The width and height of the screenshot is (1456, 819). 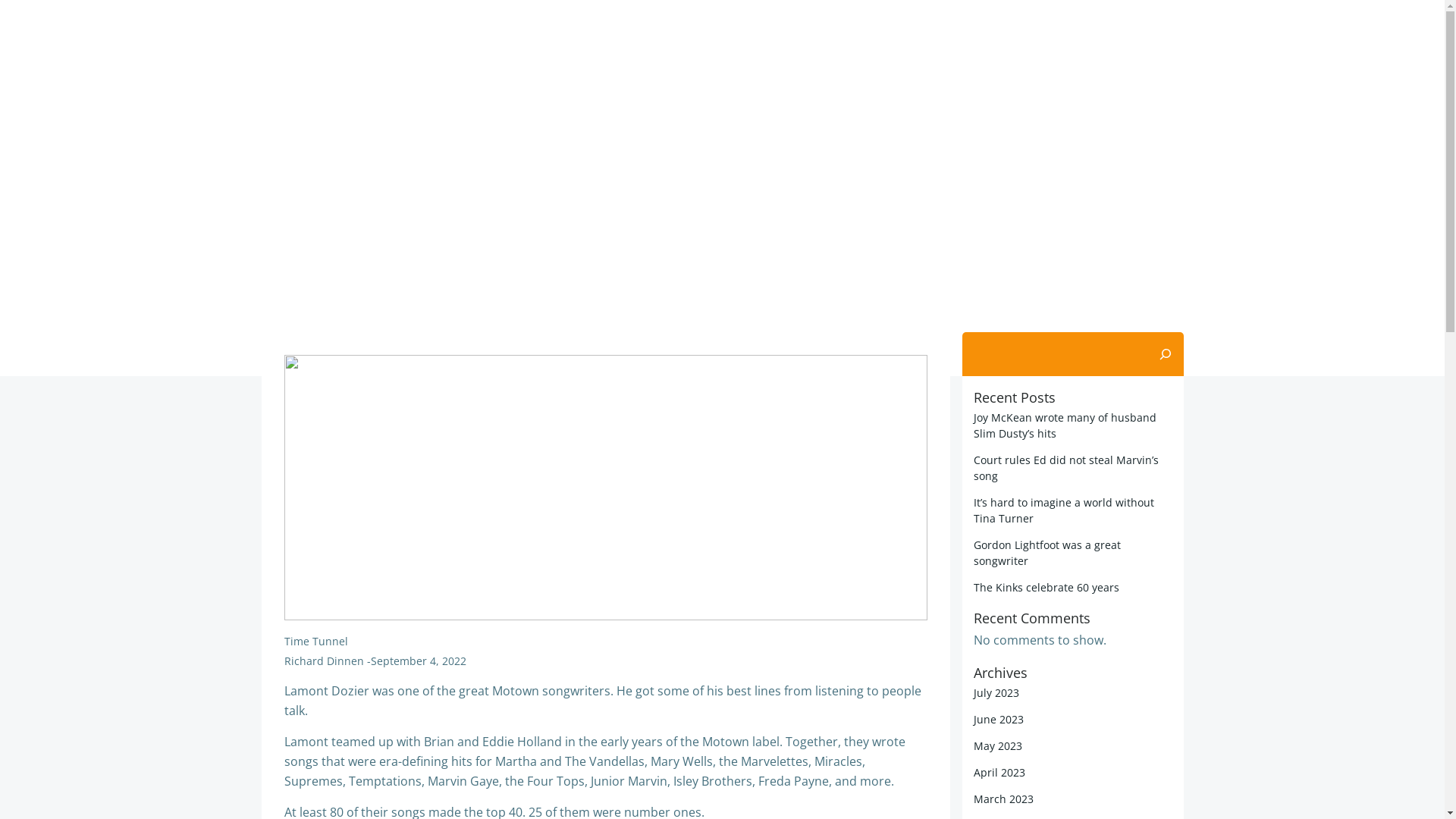 I want to click on 'June 2023', so click(x=998, y=718).